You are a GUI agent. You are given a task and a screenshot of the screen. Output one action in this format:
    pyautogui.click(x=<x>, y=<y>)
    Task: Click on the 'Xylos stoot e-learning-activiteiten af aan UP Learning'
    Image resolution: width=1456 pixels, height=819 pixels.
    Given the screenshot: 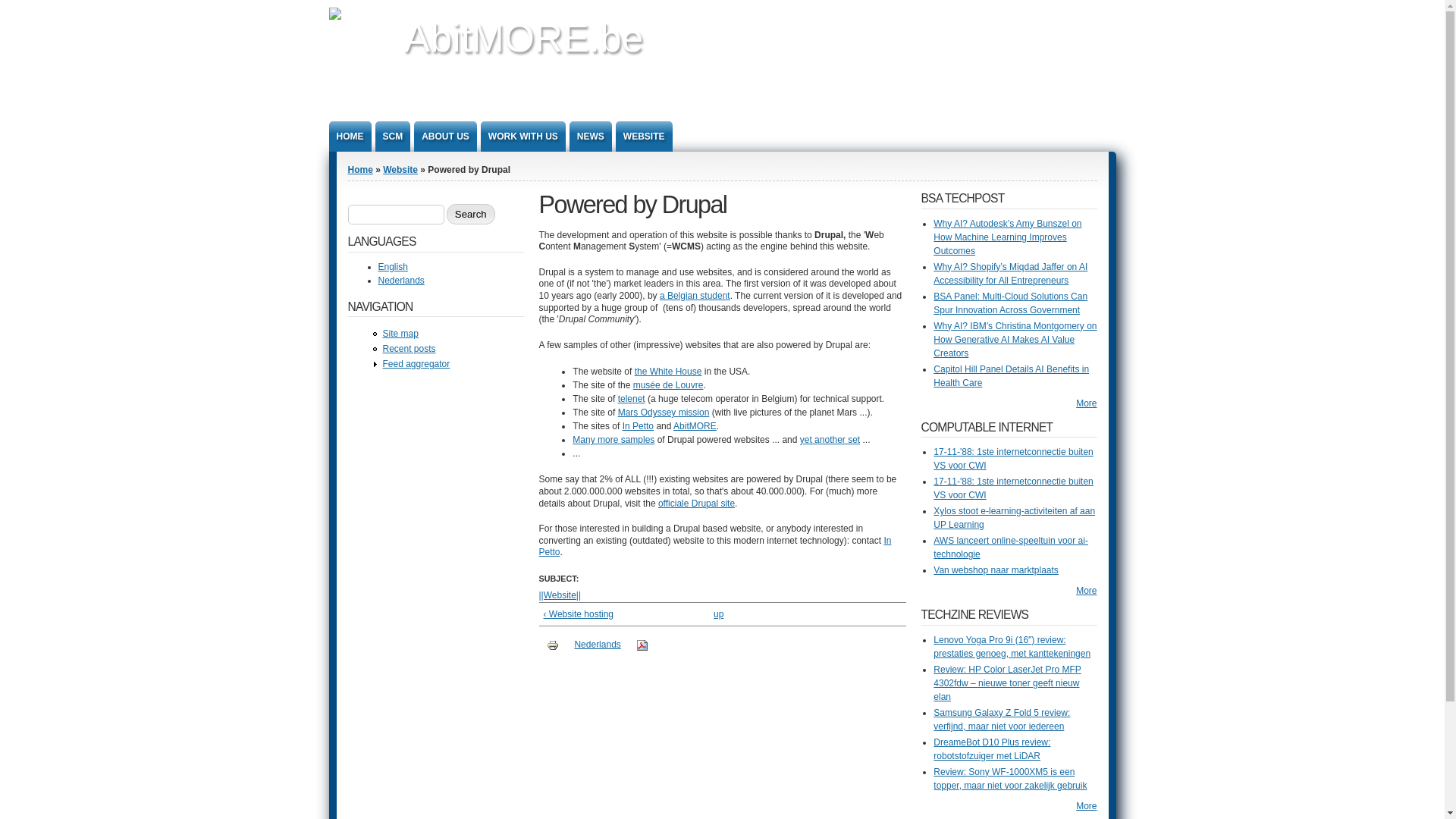 What is the action you would take?
    pyautogui.click(x=932, y=516)
    